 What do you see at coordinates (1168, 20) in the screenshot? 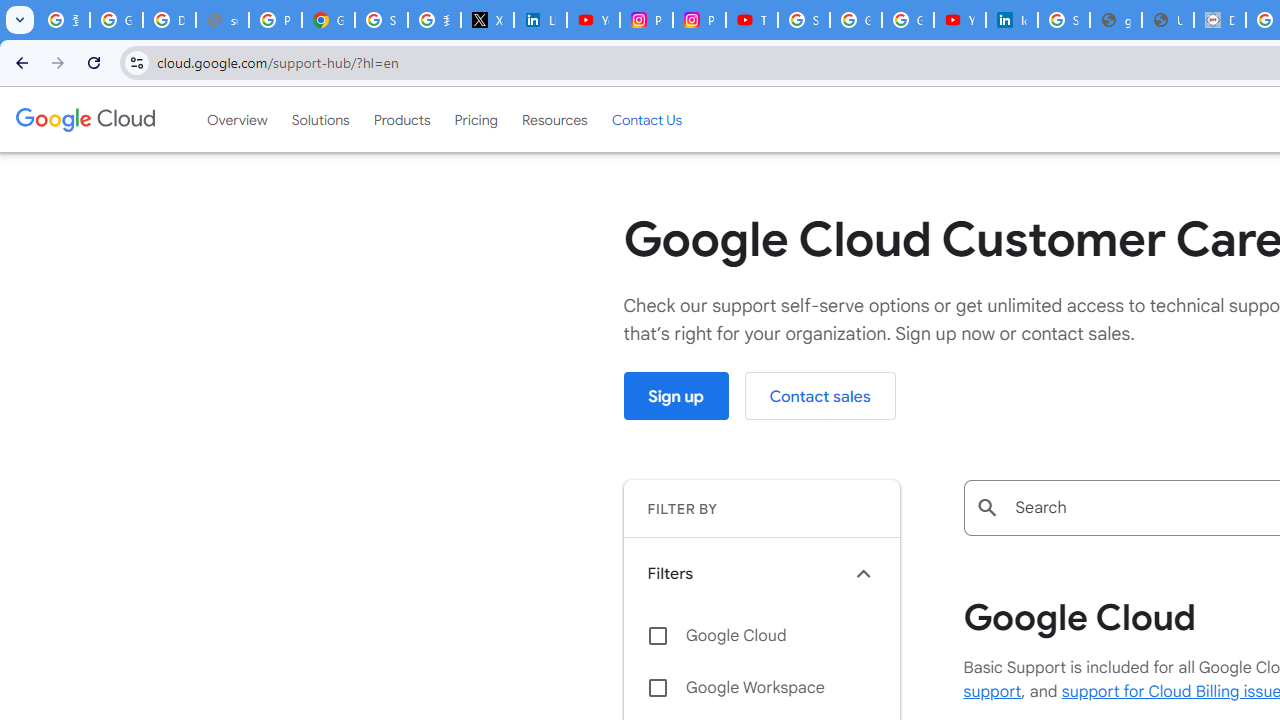
I see `'User Details'` at bounding box center [1168, 20].